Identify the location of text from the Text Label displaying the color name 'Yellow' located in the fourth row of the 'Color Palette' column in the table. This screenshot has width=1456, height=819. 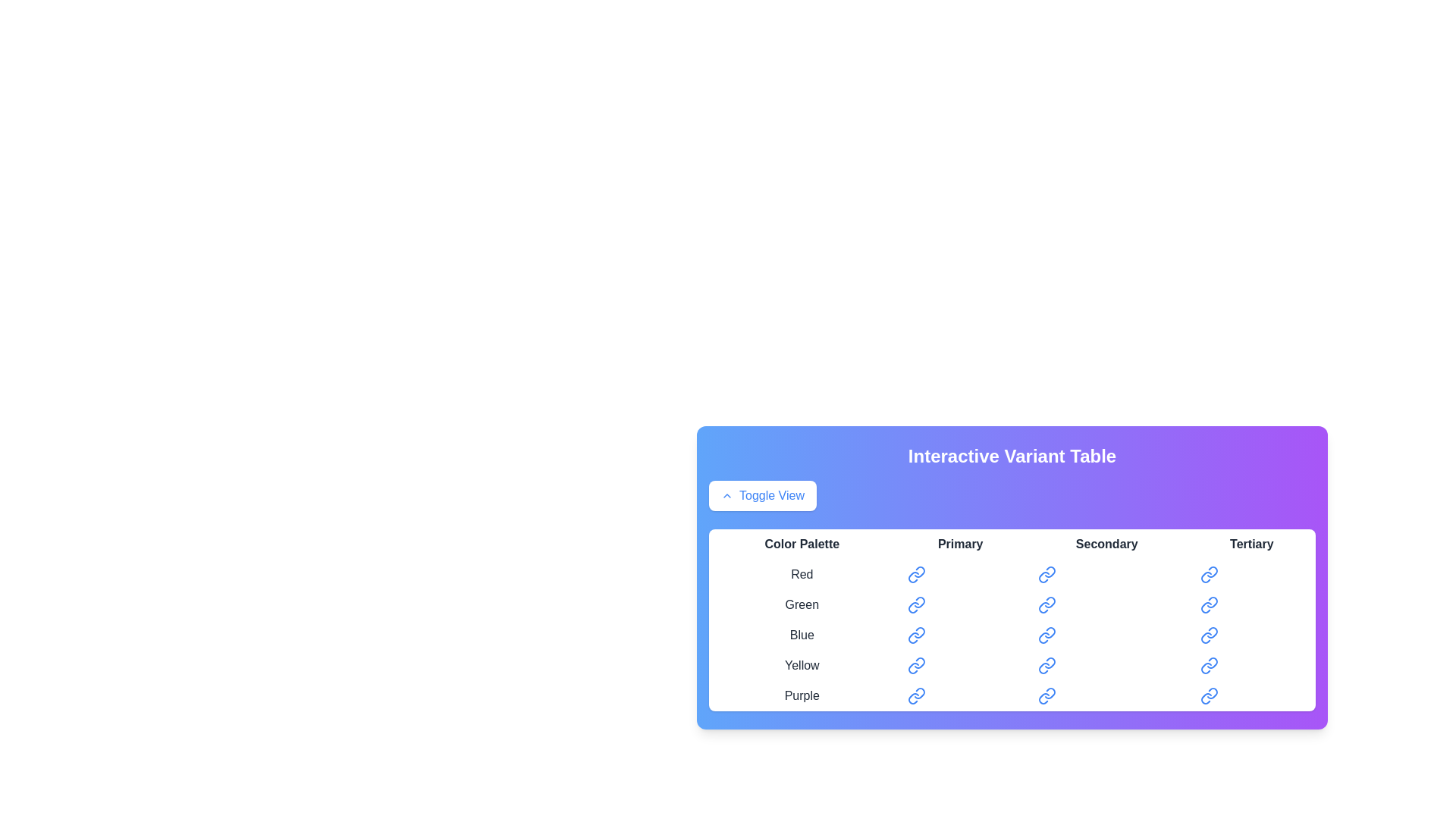
(801, 665).